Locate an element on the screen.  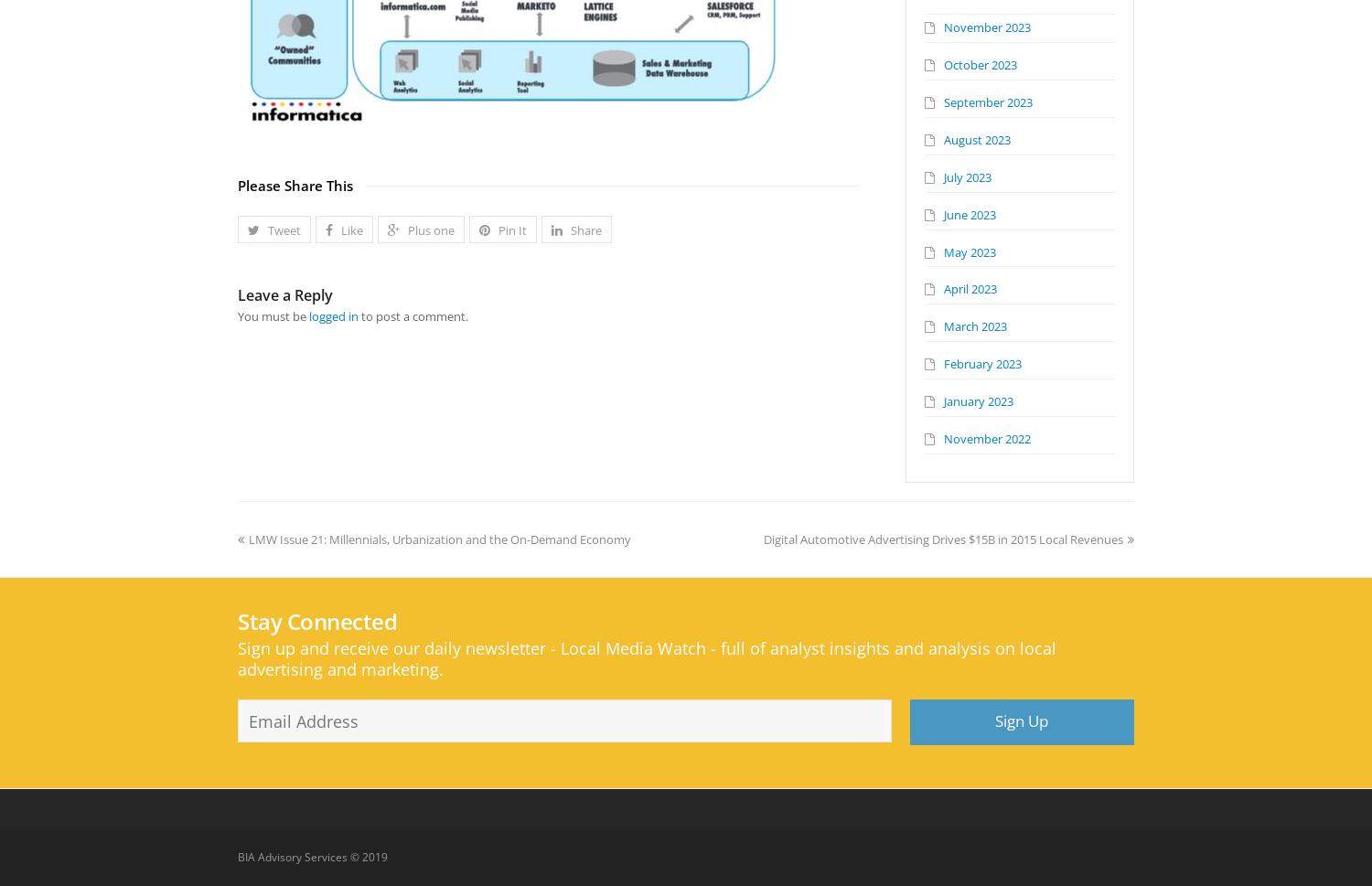
'LMW Issue 21: Millennials, Urbanization and the On-Demand Economy' is located at coordinates (248, 537).